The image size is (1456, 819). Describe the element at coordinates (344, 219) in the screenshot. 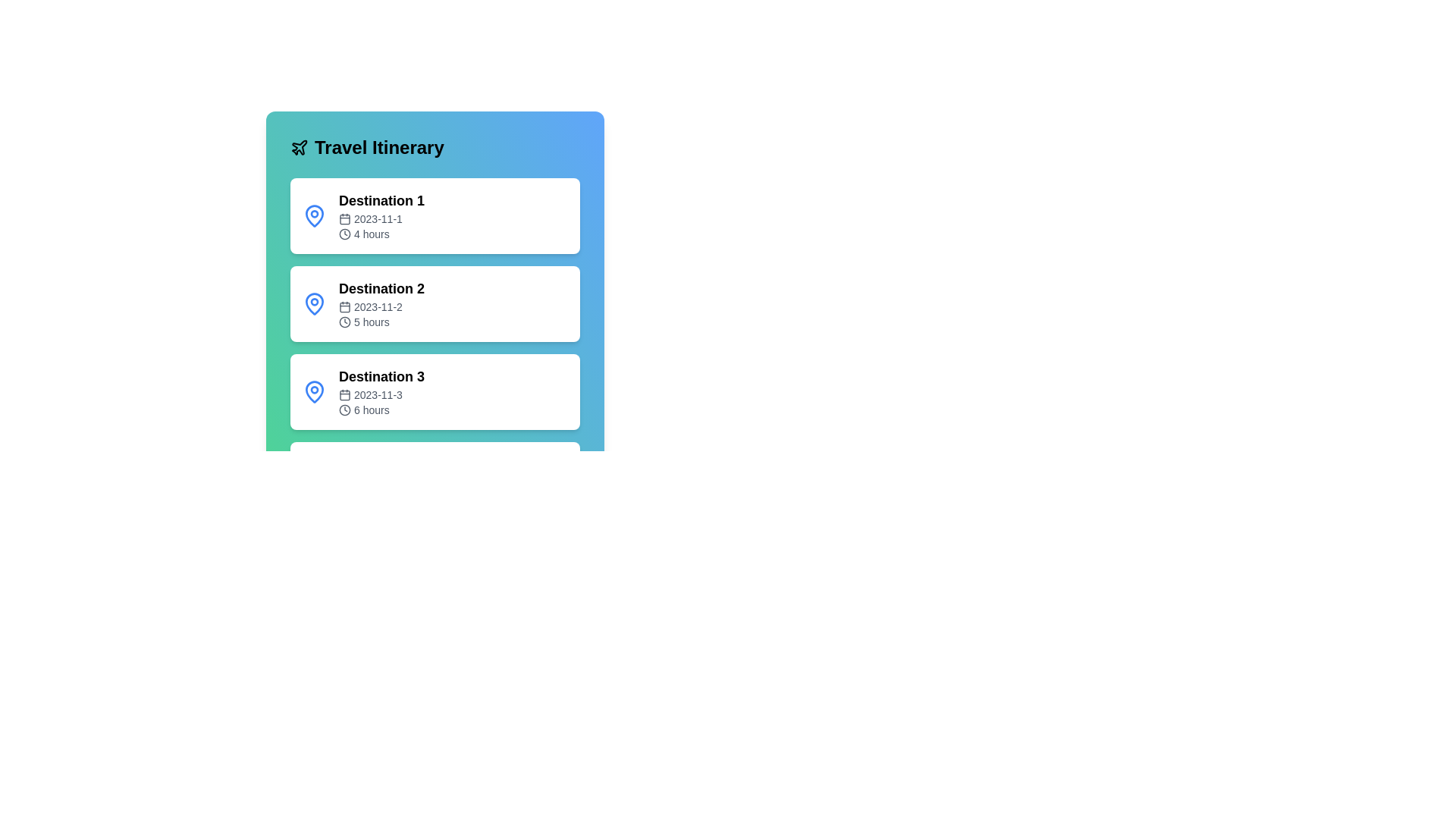

I see `the calendar icon located in the top-left portion of the 'Destination 1' card, which is a dark gray square with two top extensions and a grid inside` at that location.